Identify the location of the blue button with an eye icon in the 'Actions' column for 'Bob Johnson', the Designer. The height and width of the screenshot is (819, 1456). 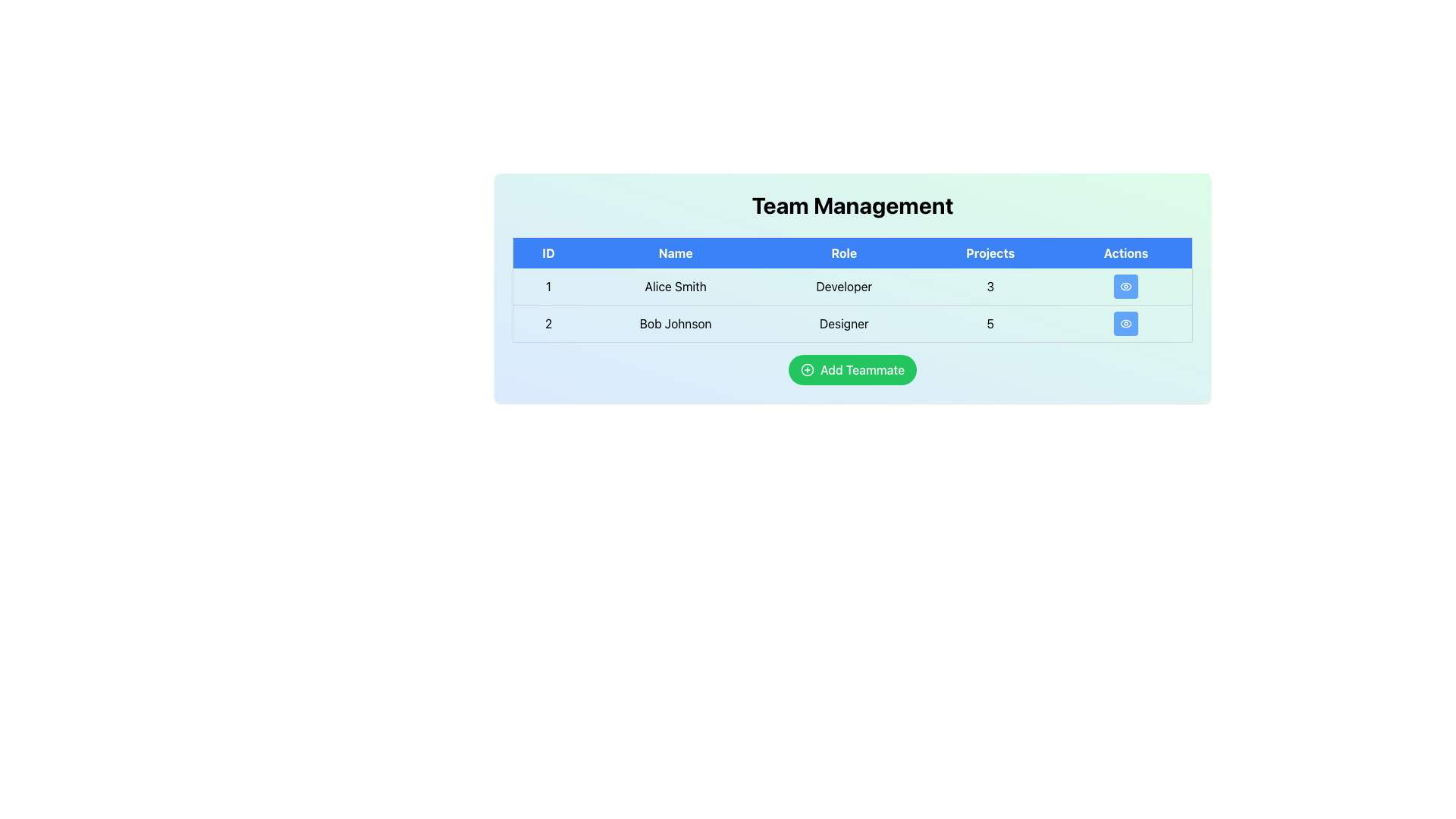
(1126, 323).